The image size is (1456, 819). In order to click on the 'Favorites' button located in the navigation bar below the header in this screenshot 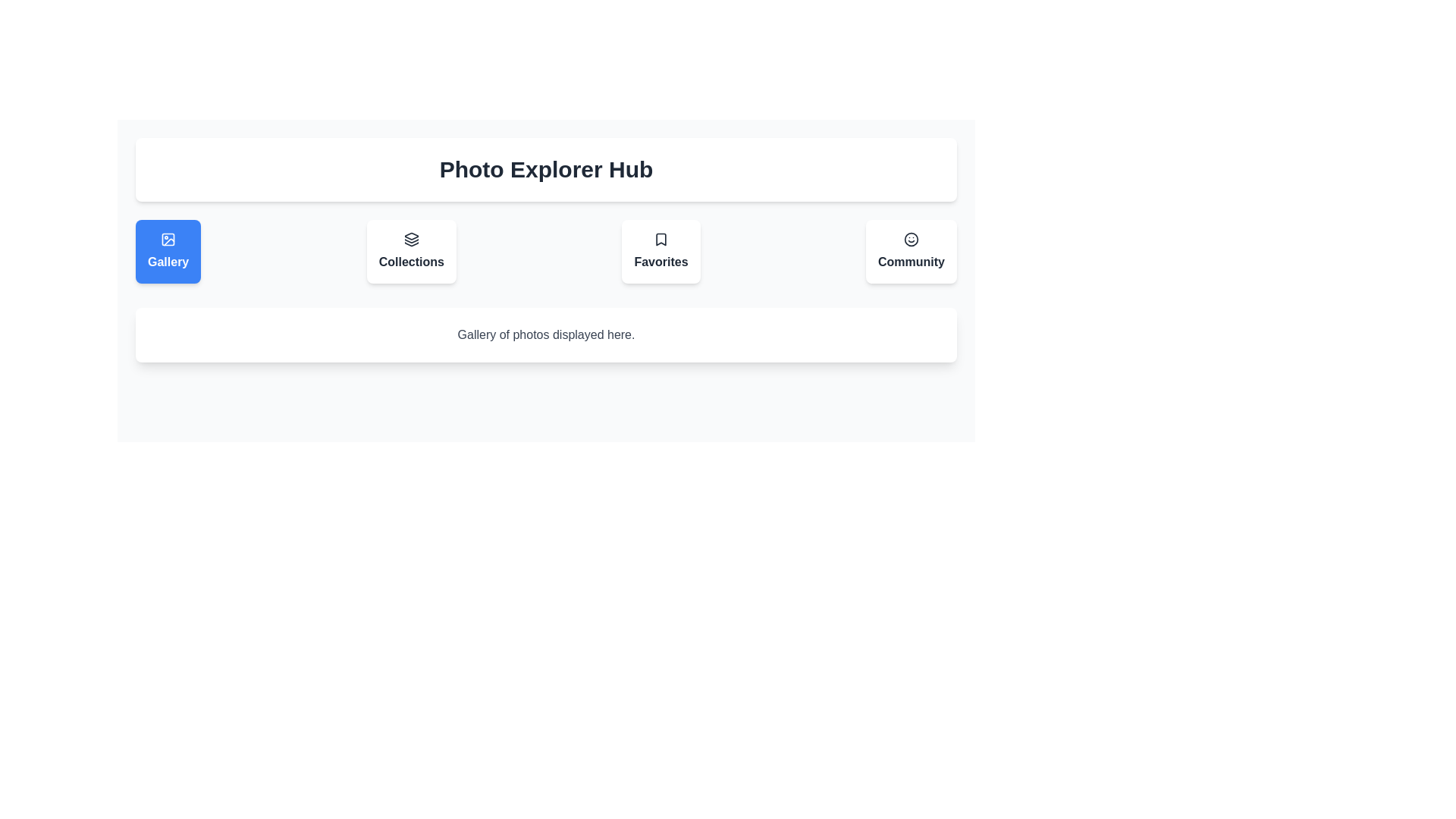, I will do `click(661, 250)`.